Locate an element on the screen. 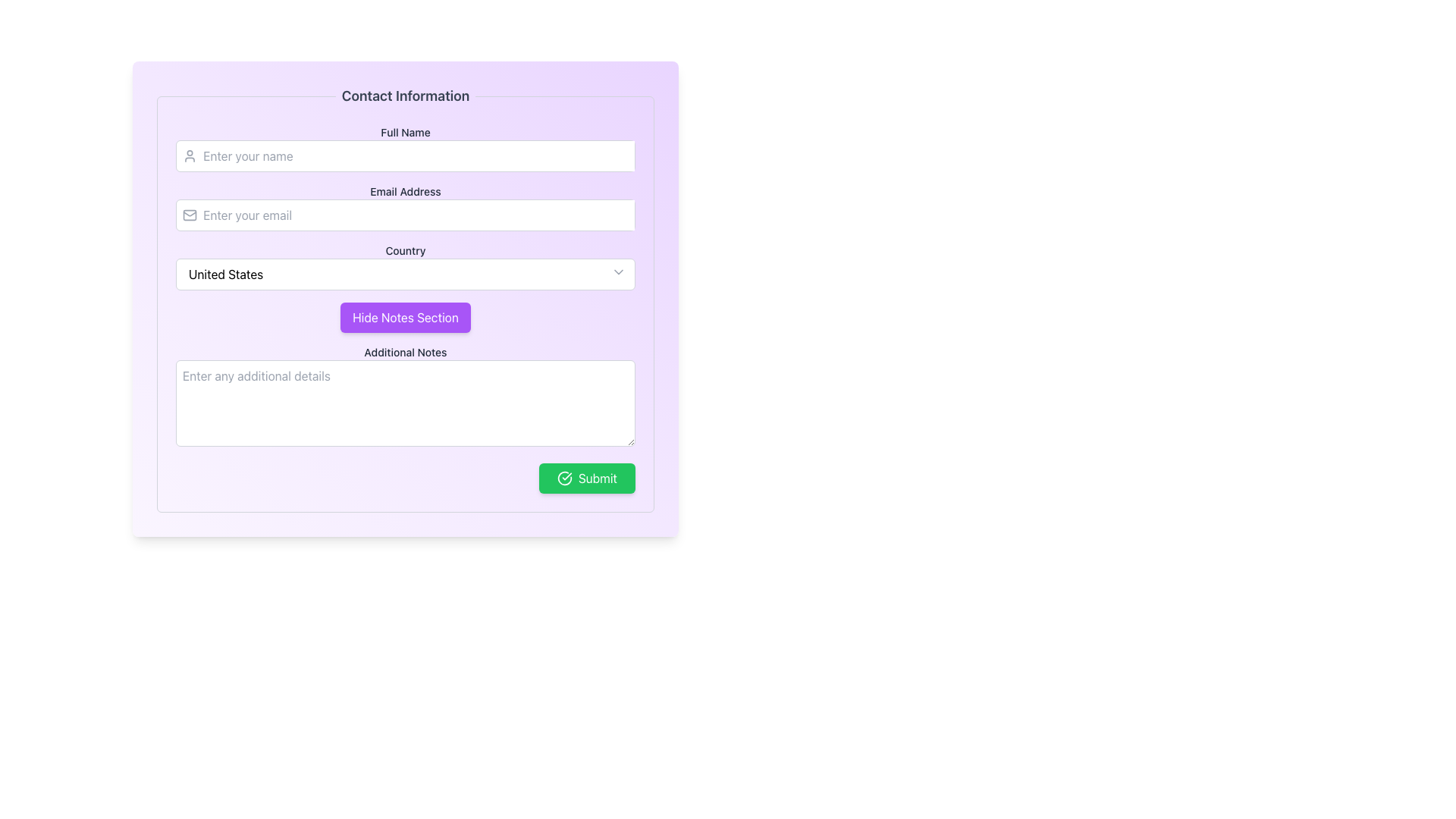 The image size is (1456, 819). the downward-pointing gray chevron icon located inside the 'Country' input field at the far right is located at coordinates (619, 271).